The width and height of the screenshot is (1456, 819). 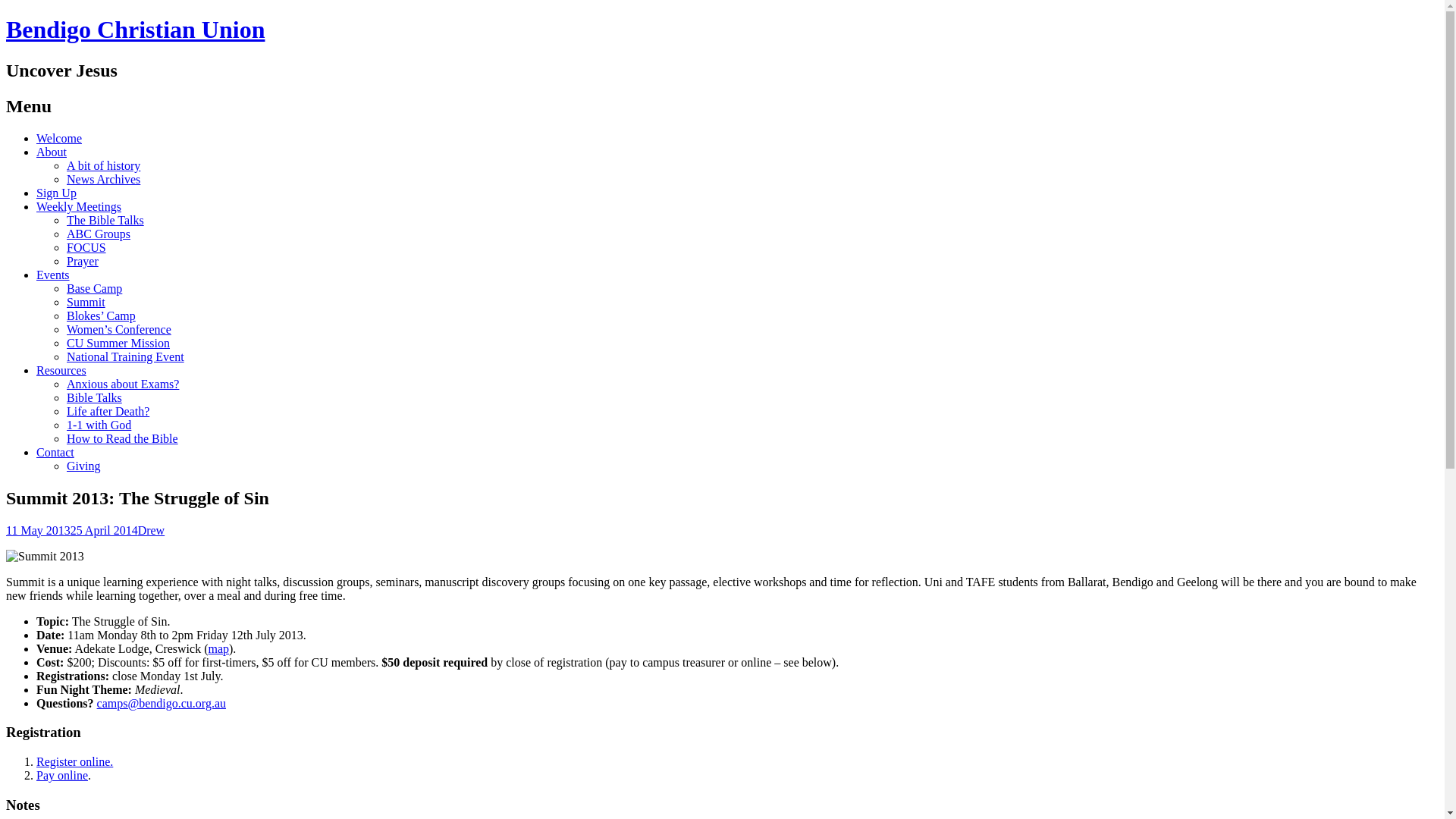 I want to click on 'CU Summer Mission', so click(x=118, y=343).